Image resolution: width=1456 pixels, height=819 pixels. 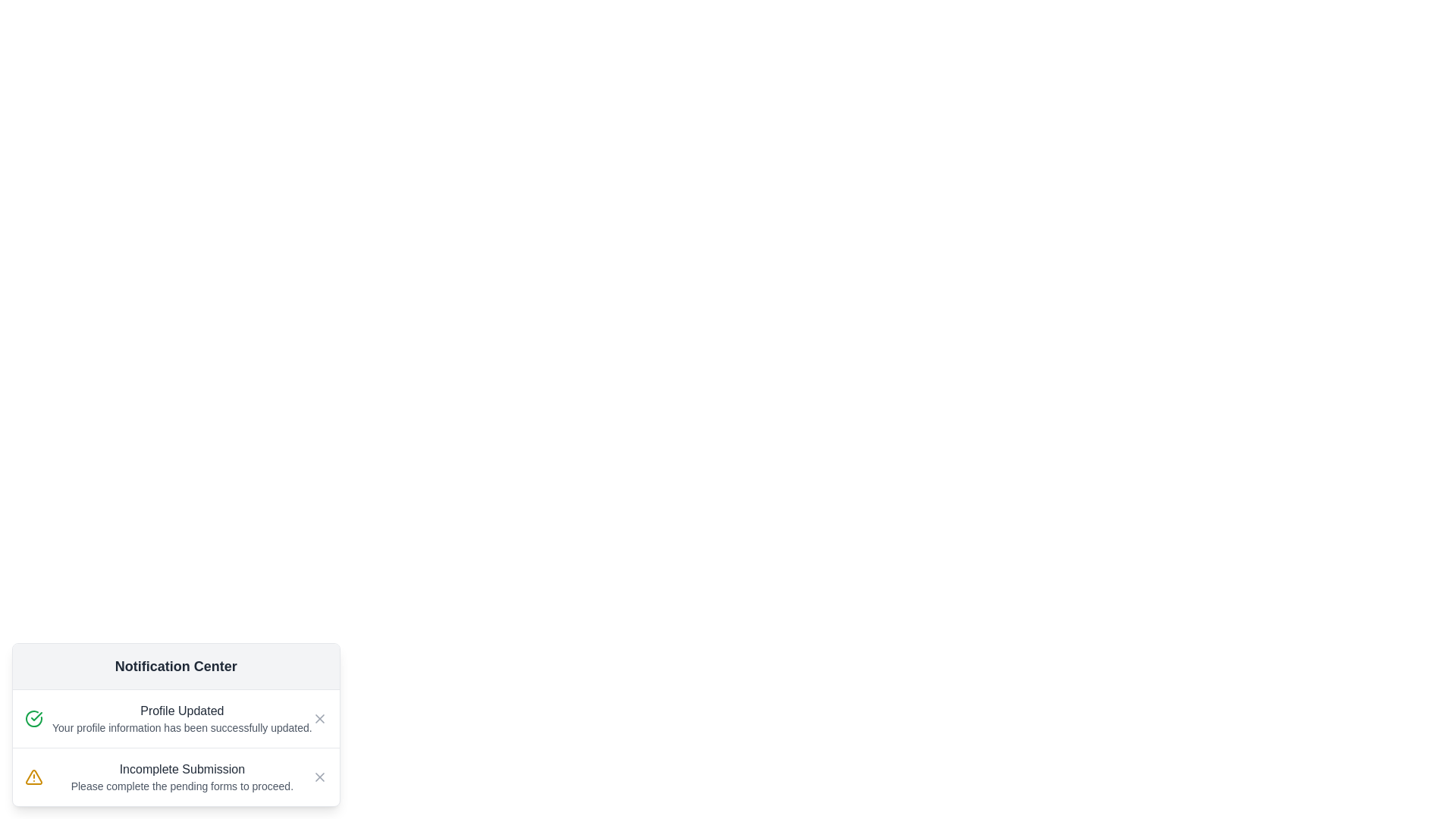 I want to click on the diagonal cross mark icon in the top-right corner of the 'Profile Updated' notification card, so click(x=318, y=777).